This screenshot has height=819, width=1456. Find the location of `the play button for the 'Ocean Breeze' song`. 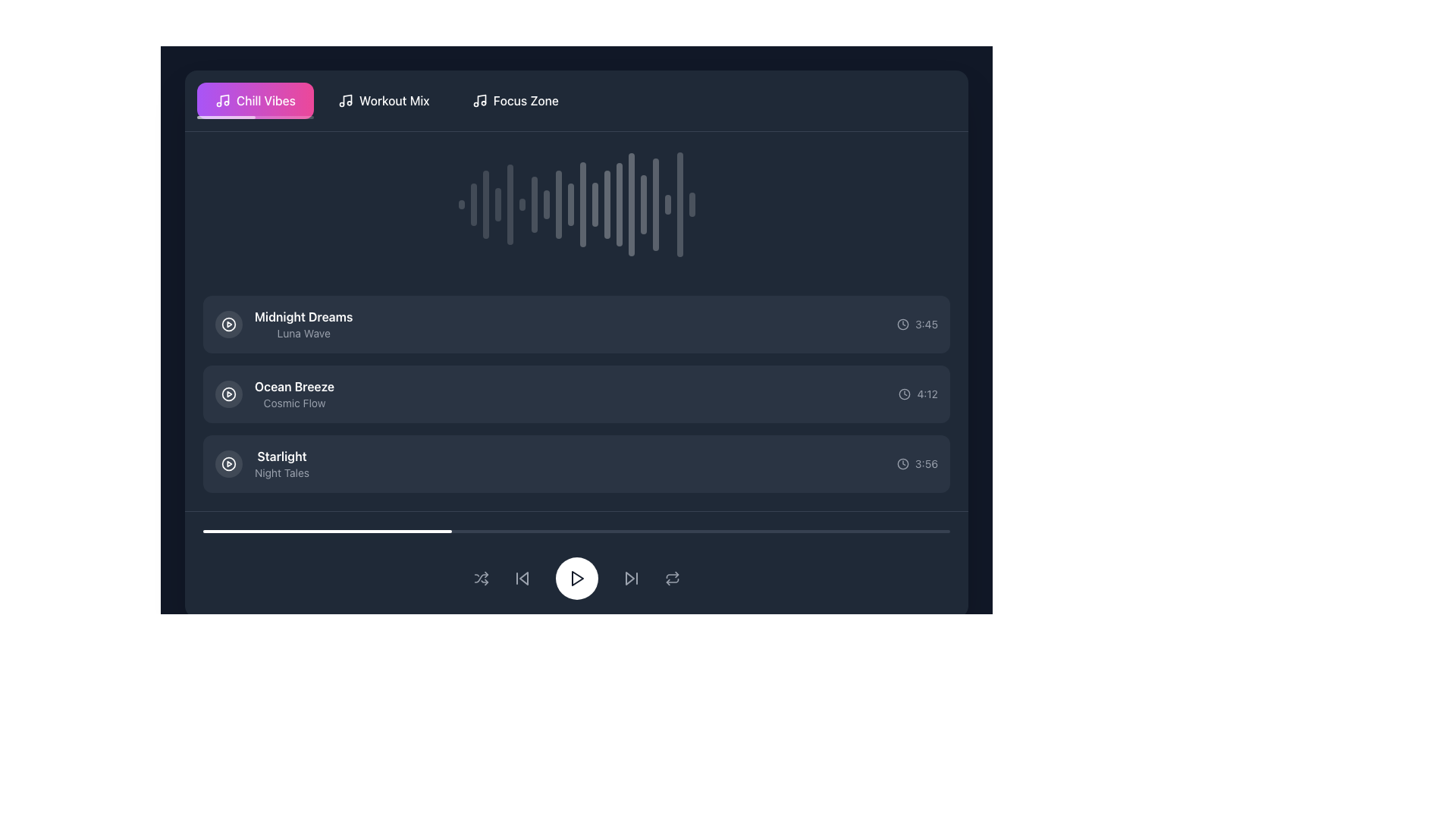

the play button for the 'Ocean Breeze' song is located at coordinates (228, 394).